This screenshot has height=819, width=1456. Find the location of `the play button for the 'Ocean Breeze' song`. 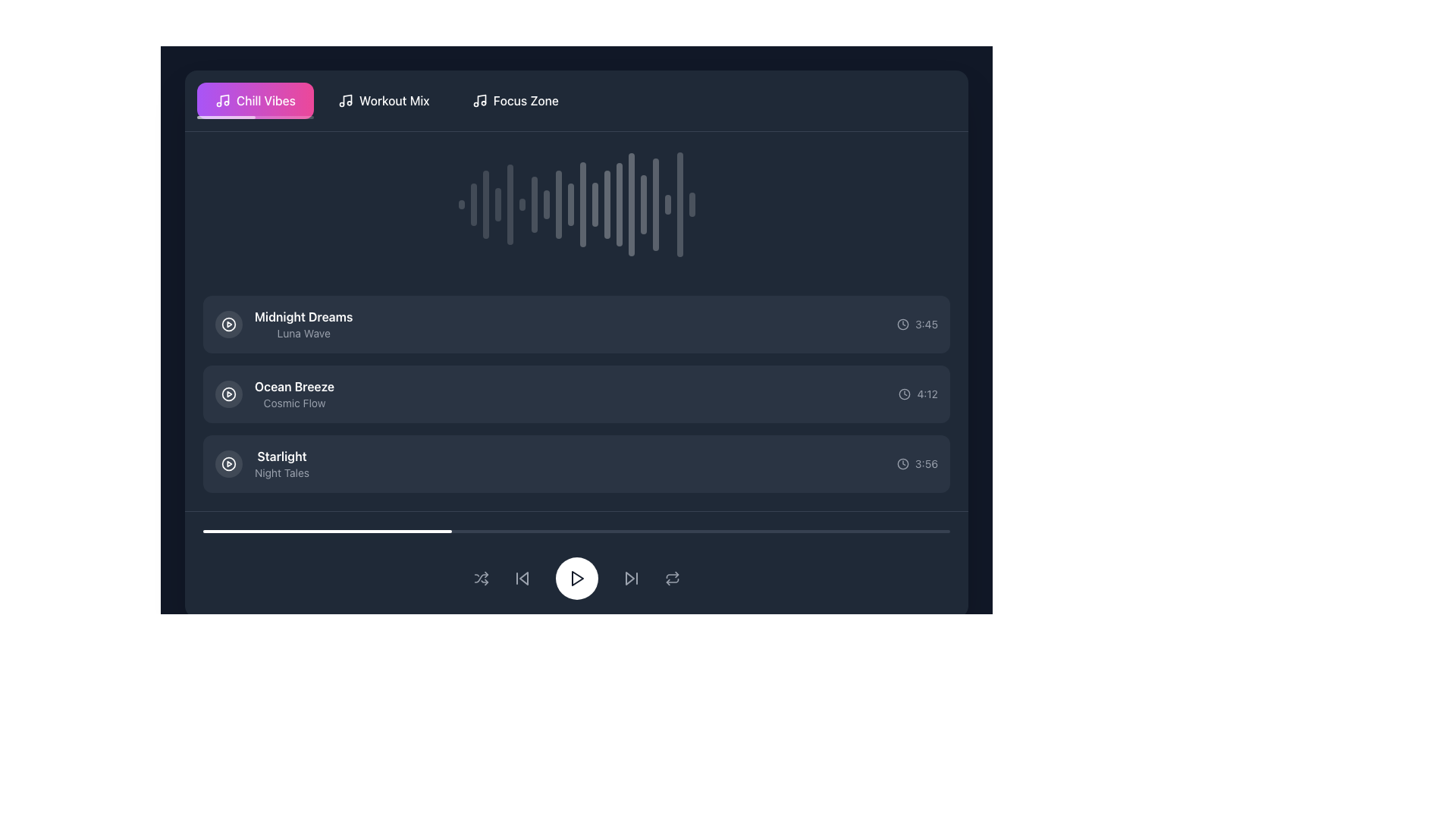

the play button for the 'Ocean Breeze' song is located at coordinates (228, 394).